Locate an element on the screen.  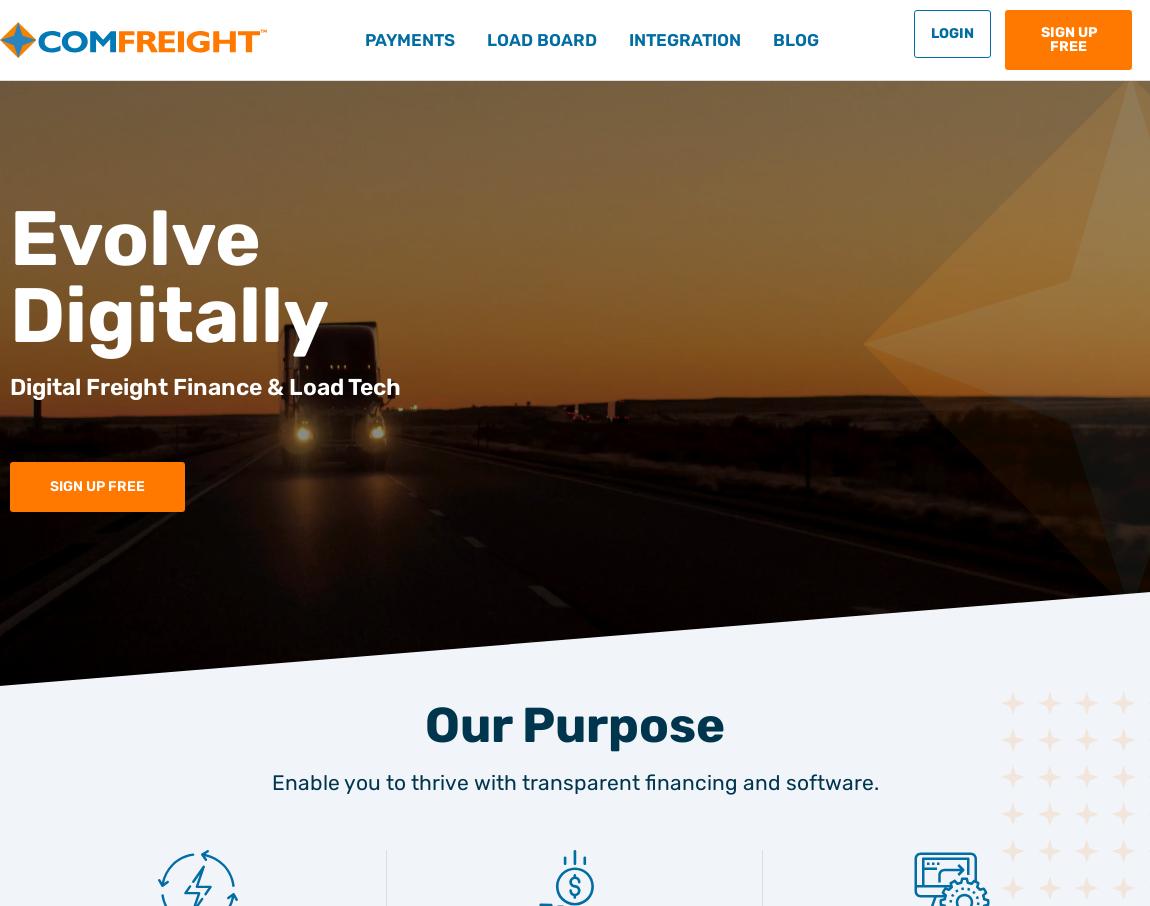
'Enable you to thrive with transparent financing and software.' is located at coordinates (574, 782).